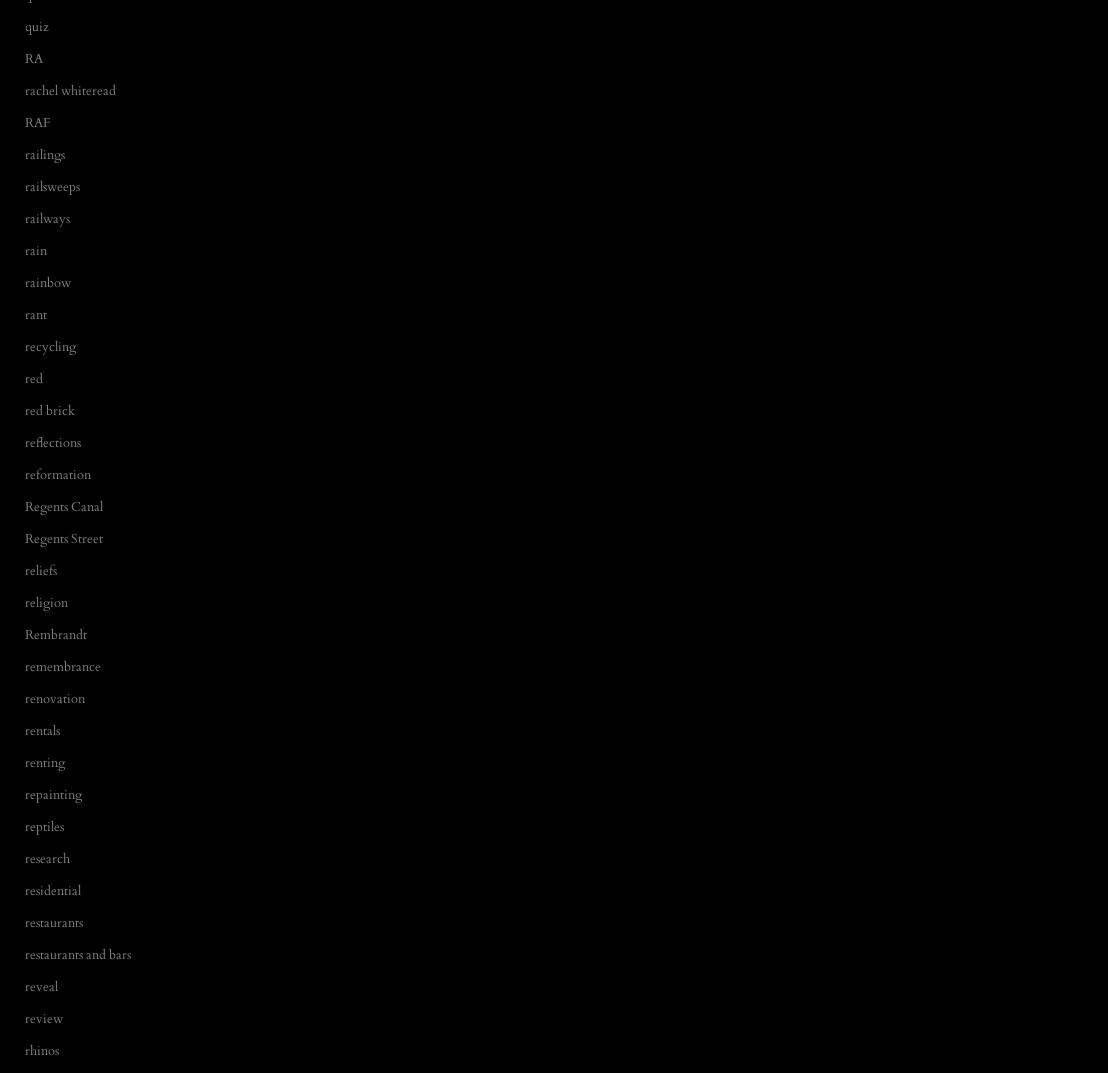  I want to click on 'RAF', so click(25, 121).